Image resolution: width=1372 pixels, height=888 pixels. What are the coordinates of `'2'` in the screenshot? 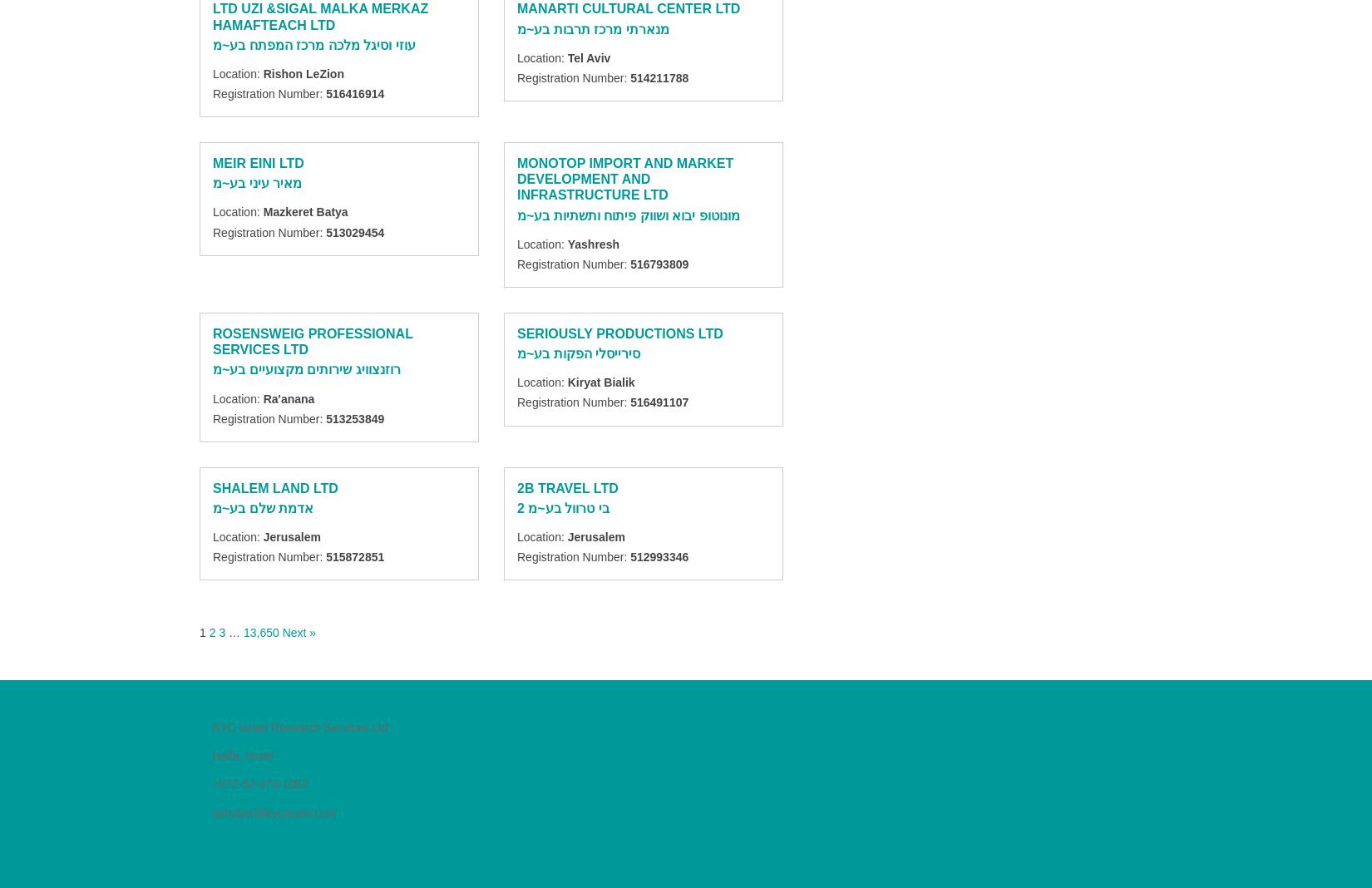 It's located at (211, 632).